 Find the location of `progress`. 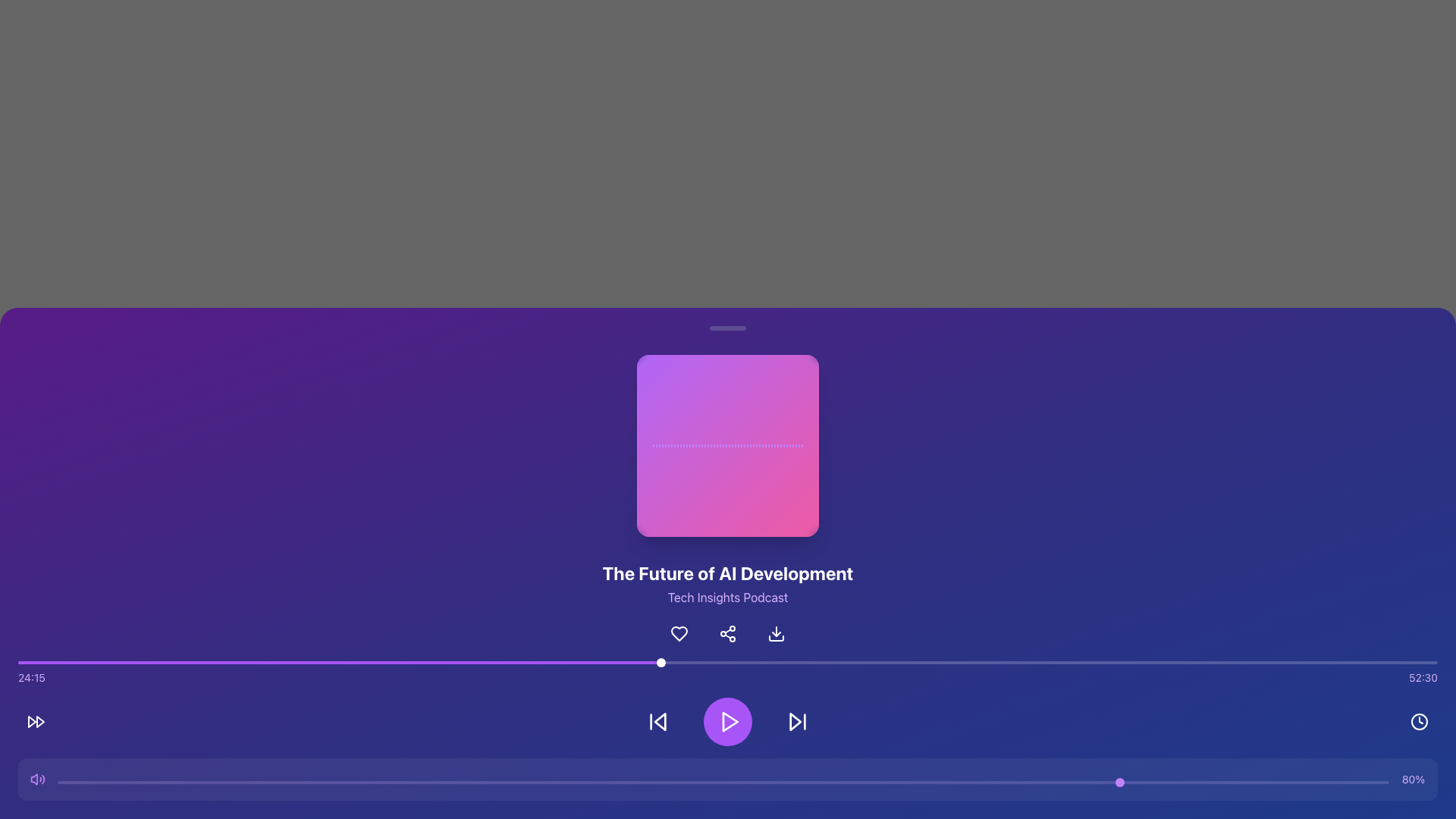

progress is located at coordinates (510, 662).